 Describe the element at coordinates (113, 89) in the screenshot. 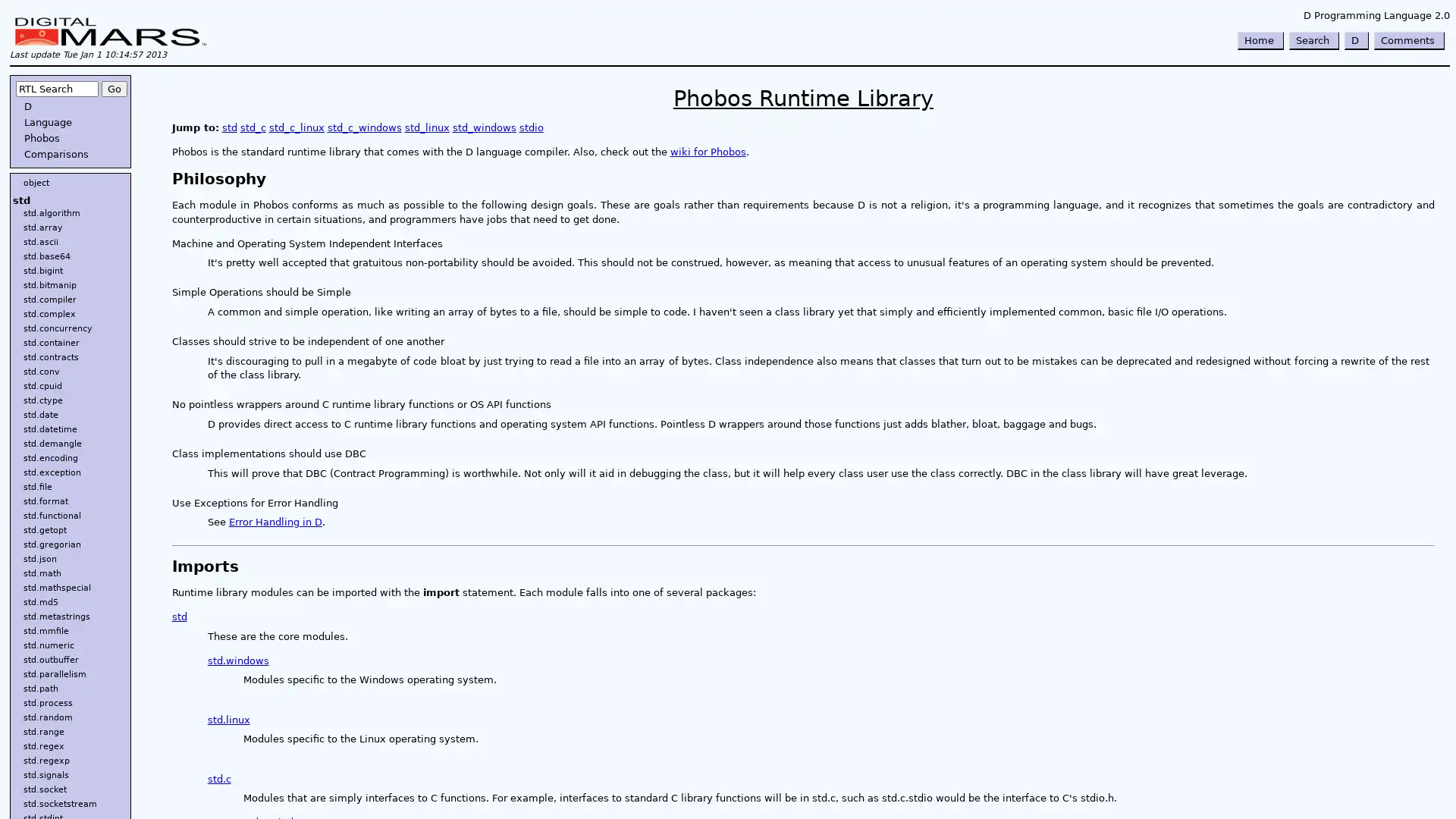

I see `Go` at that location.